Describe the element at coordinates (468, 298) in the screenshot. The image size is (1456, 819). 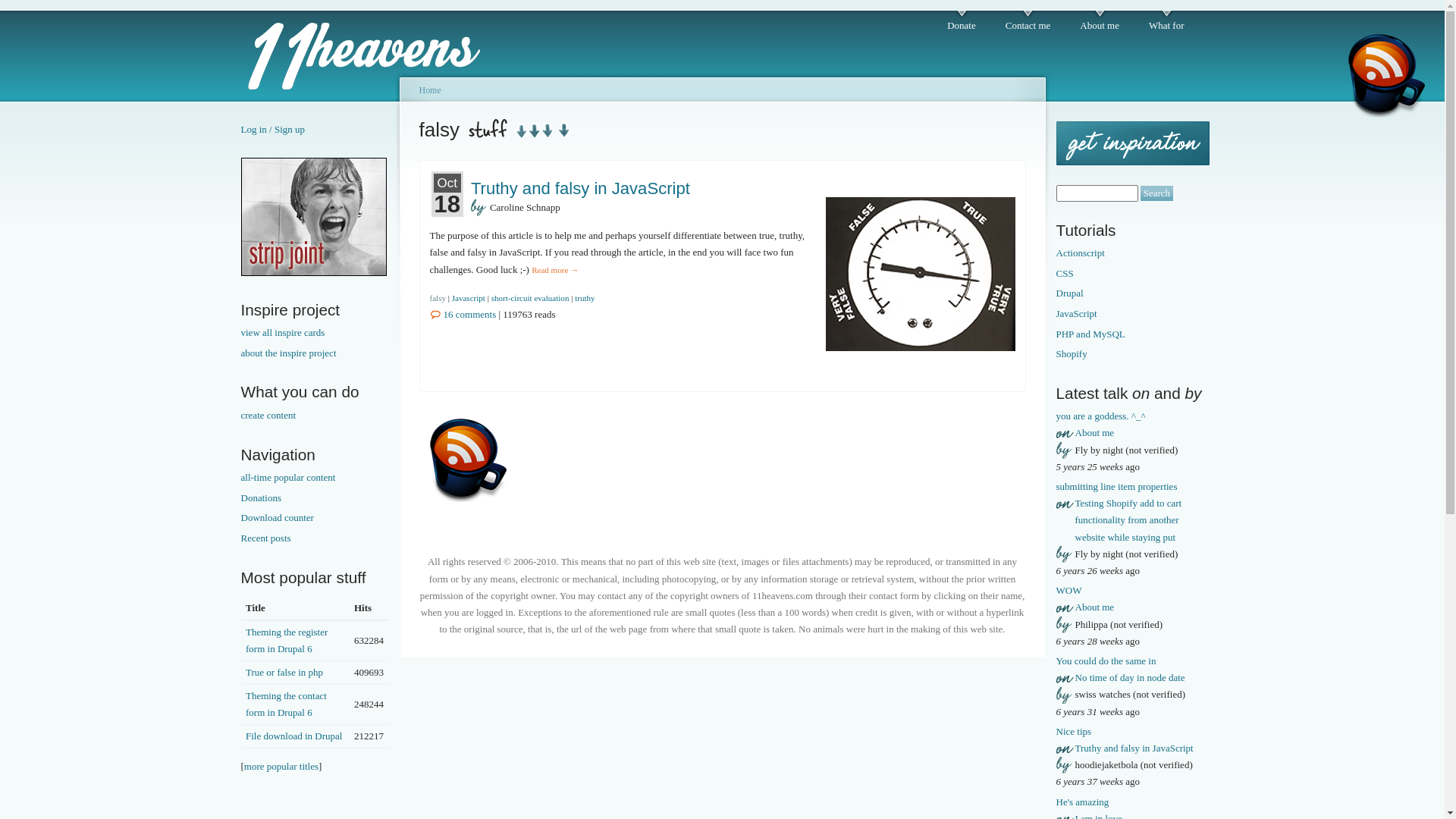
I see `'Javascript'` at that location.